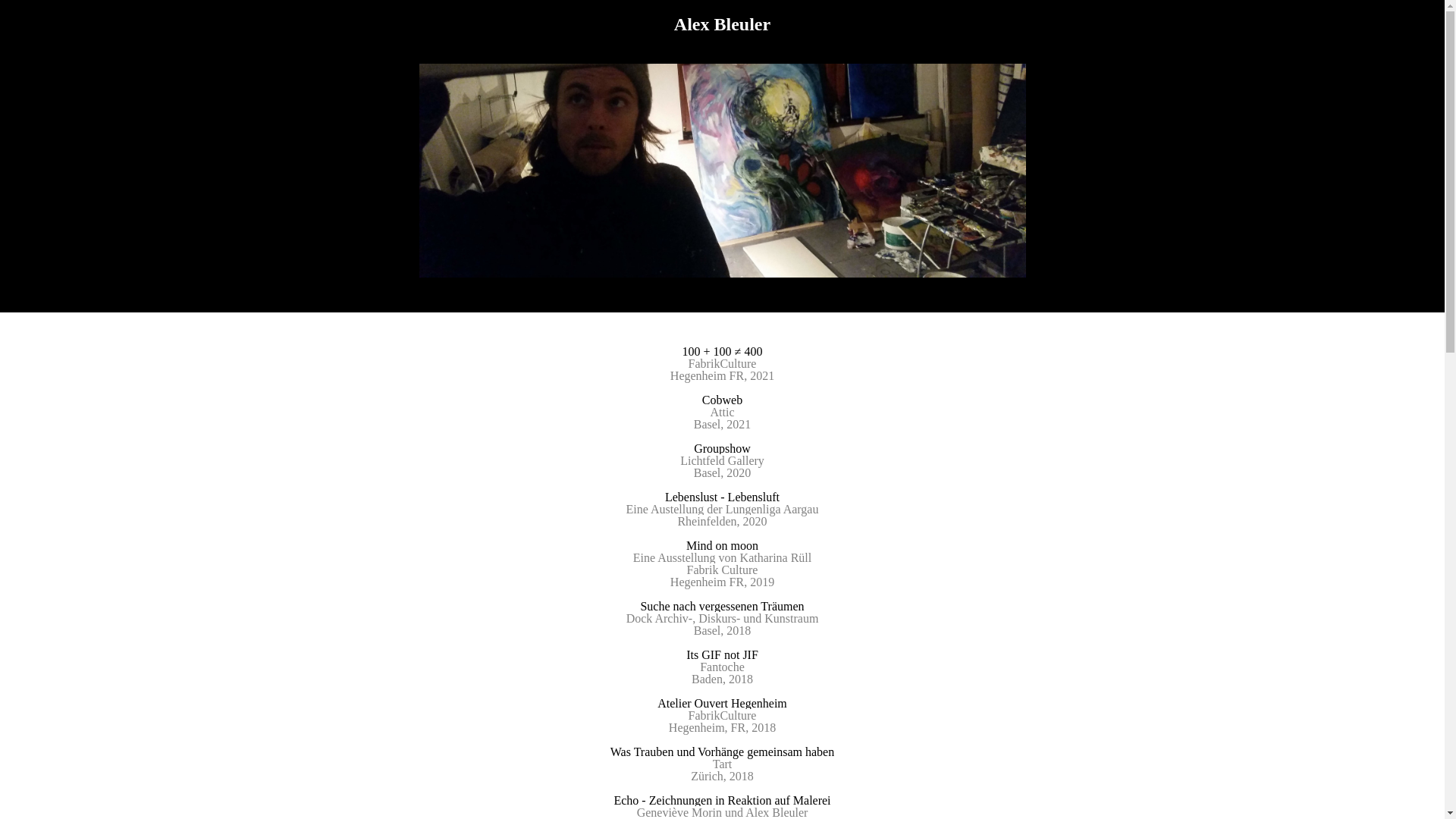 This screenshot has height=819, width=1456. Describe the element at coordinates (722, 618) in the screenshot. I see `'Dock Archiv-, Diskurs- und Kunstraum'` at that location.